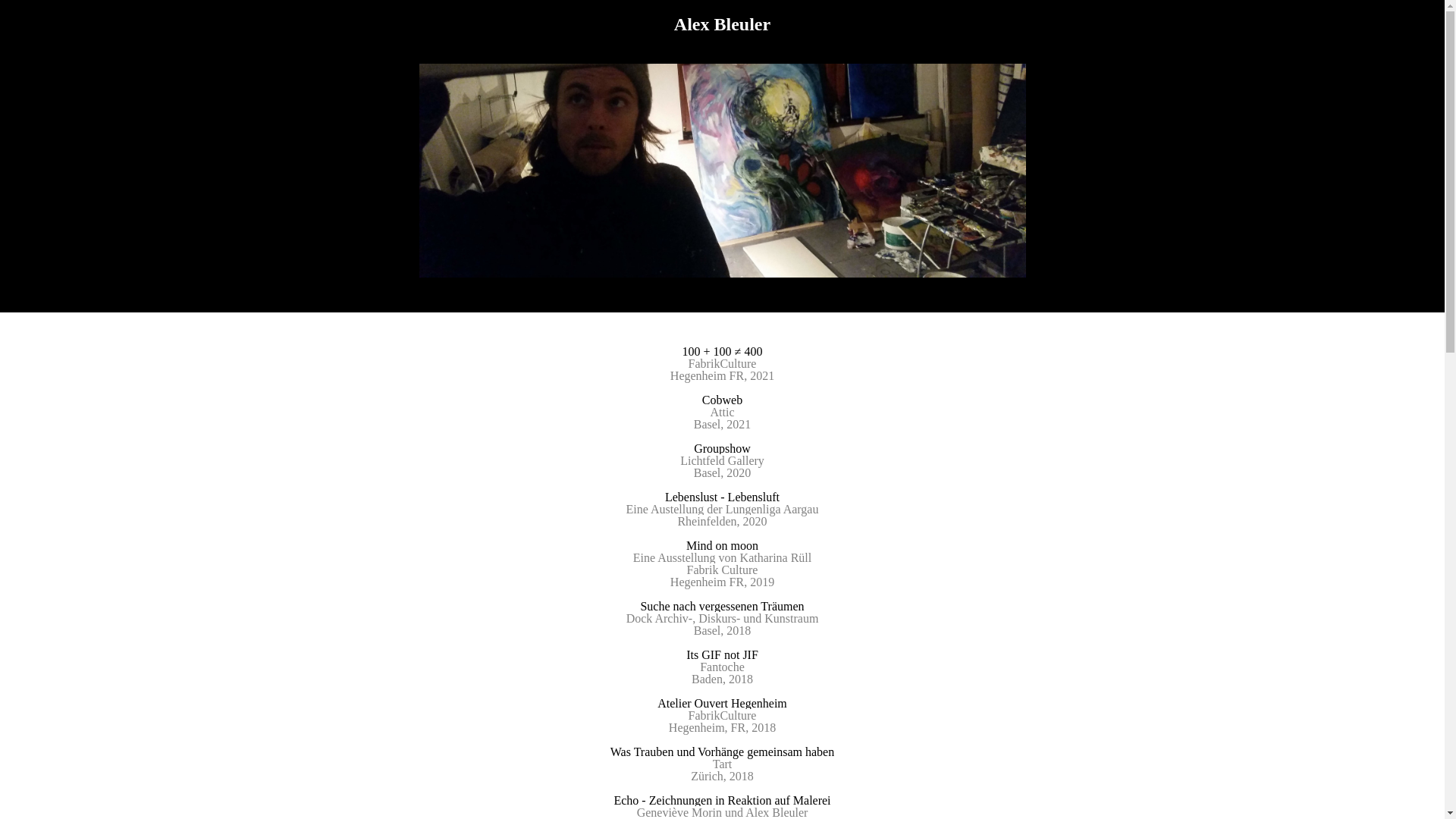 This screenshot has height=819, width=1456. Describe the element at coordinates (722, 618) in the screenshot. I see `'Dock Archiv-, Diskurs- und Kunstraum'` at that location.